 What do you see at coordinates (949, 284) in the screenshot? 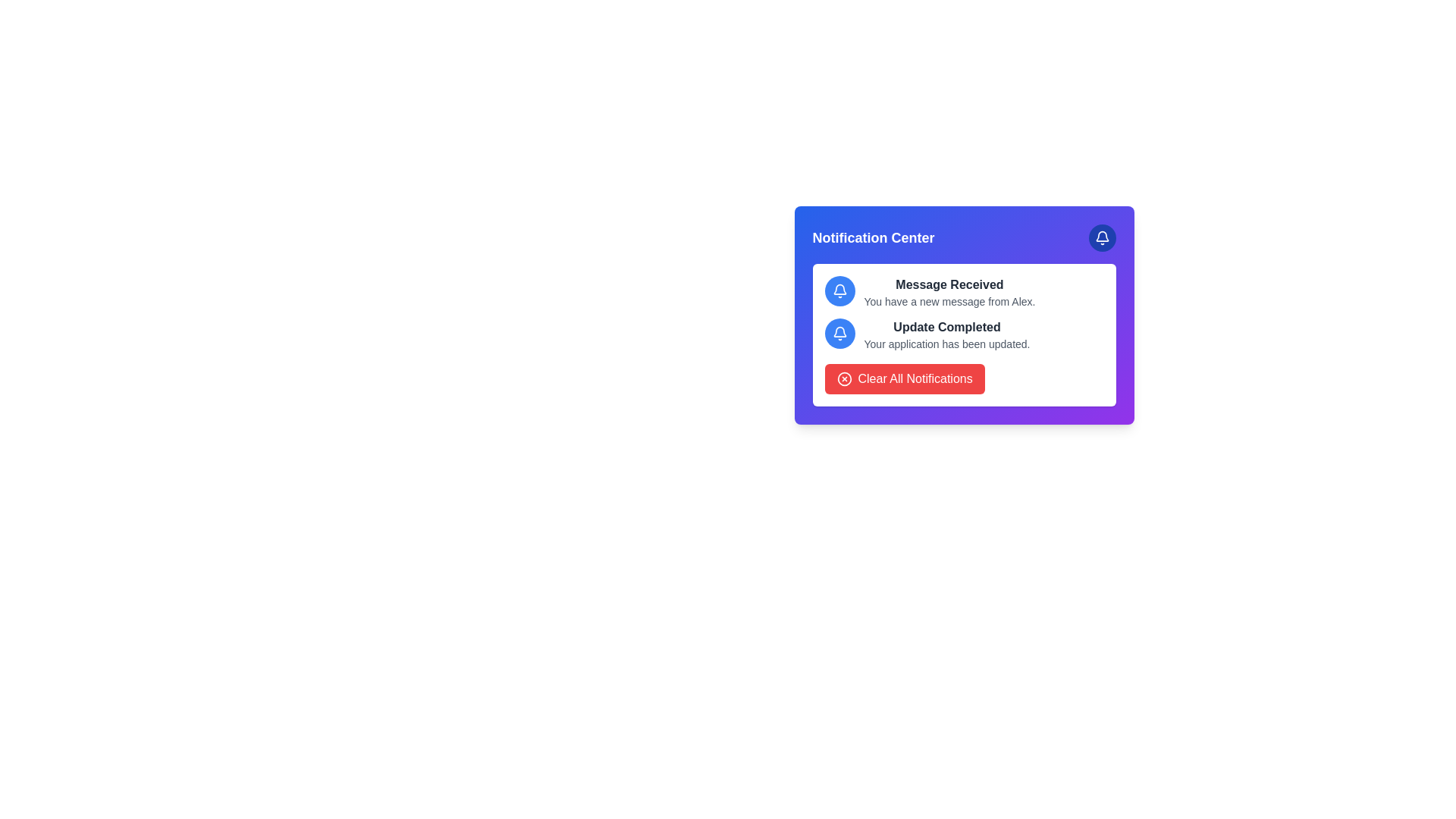
I see `bold black text label that says 'Message Received', which is the leading text block in the notification center panel` at bounding box center [949, 284].